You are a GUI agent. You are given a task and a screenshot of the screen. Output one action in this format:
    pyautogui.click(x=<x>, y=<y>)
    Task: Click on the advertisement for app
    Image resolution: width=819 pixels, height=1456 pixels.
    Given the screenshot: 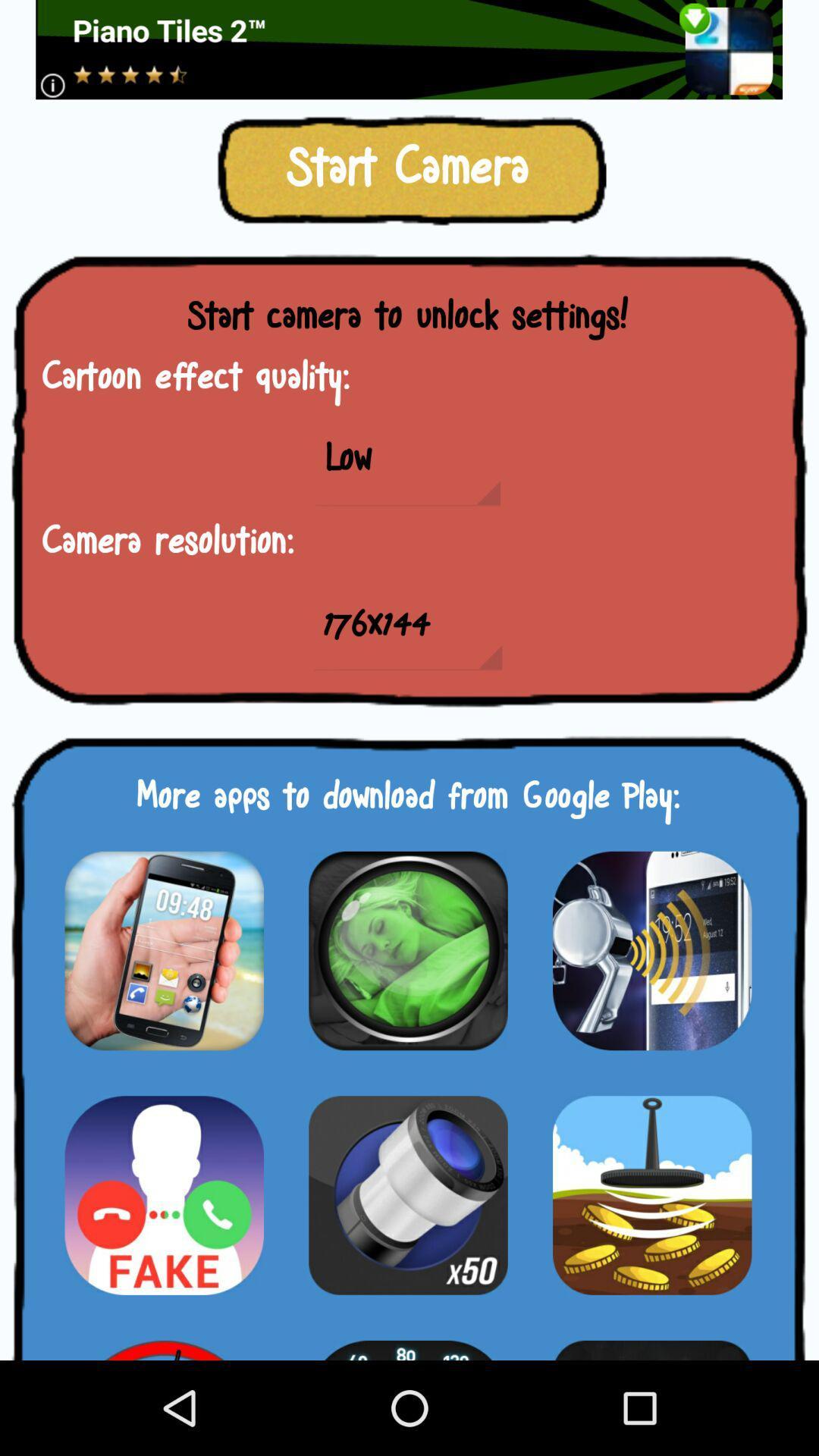 What is the action you would take?
    pyautogui.click(x=651, y=949)
    